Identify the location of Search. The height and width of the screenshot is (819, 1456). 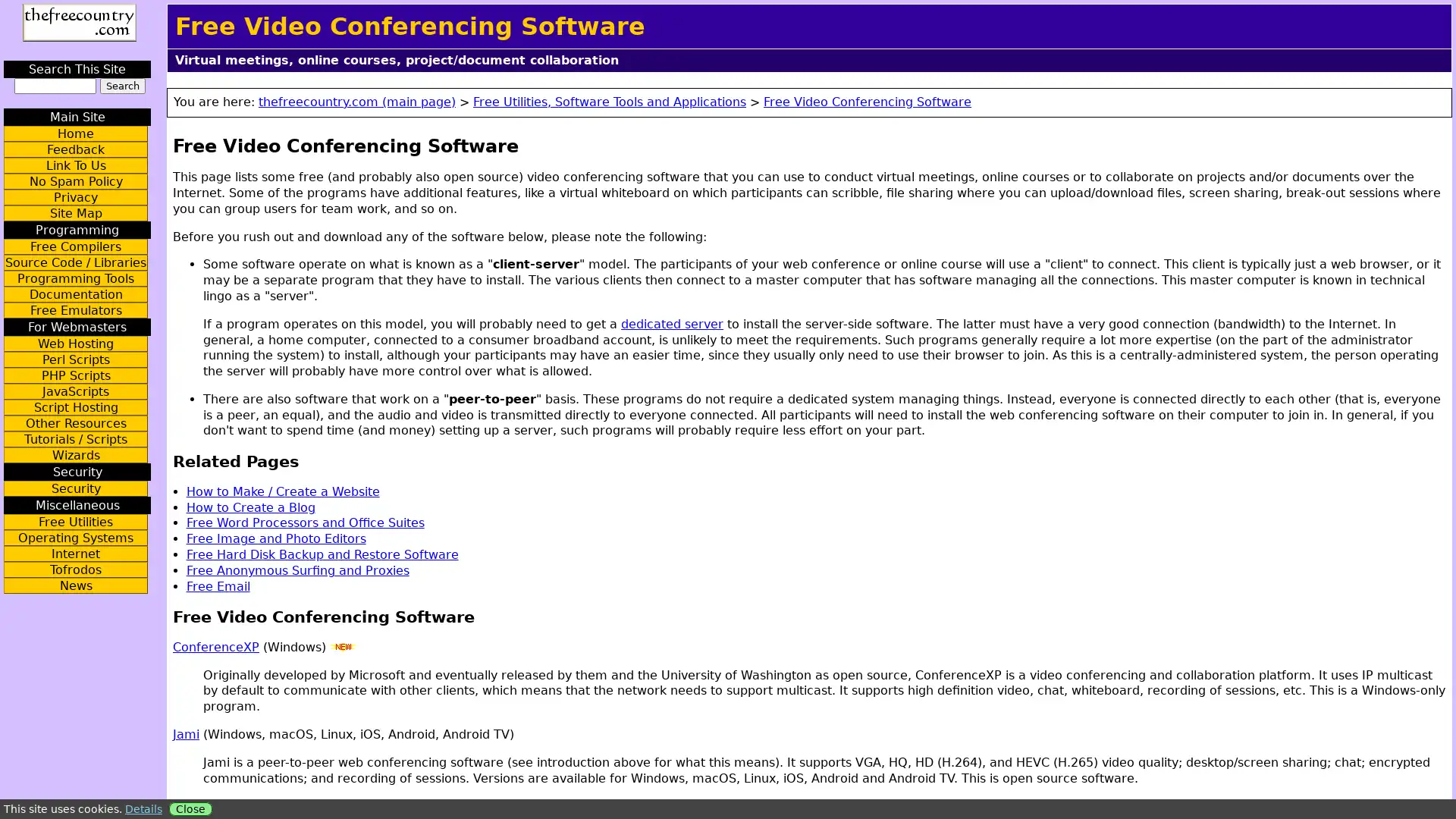
(122, 86).